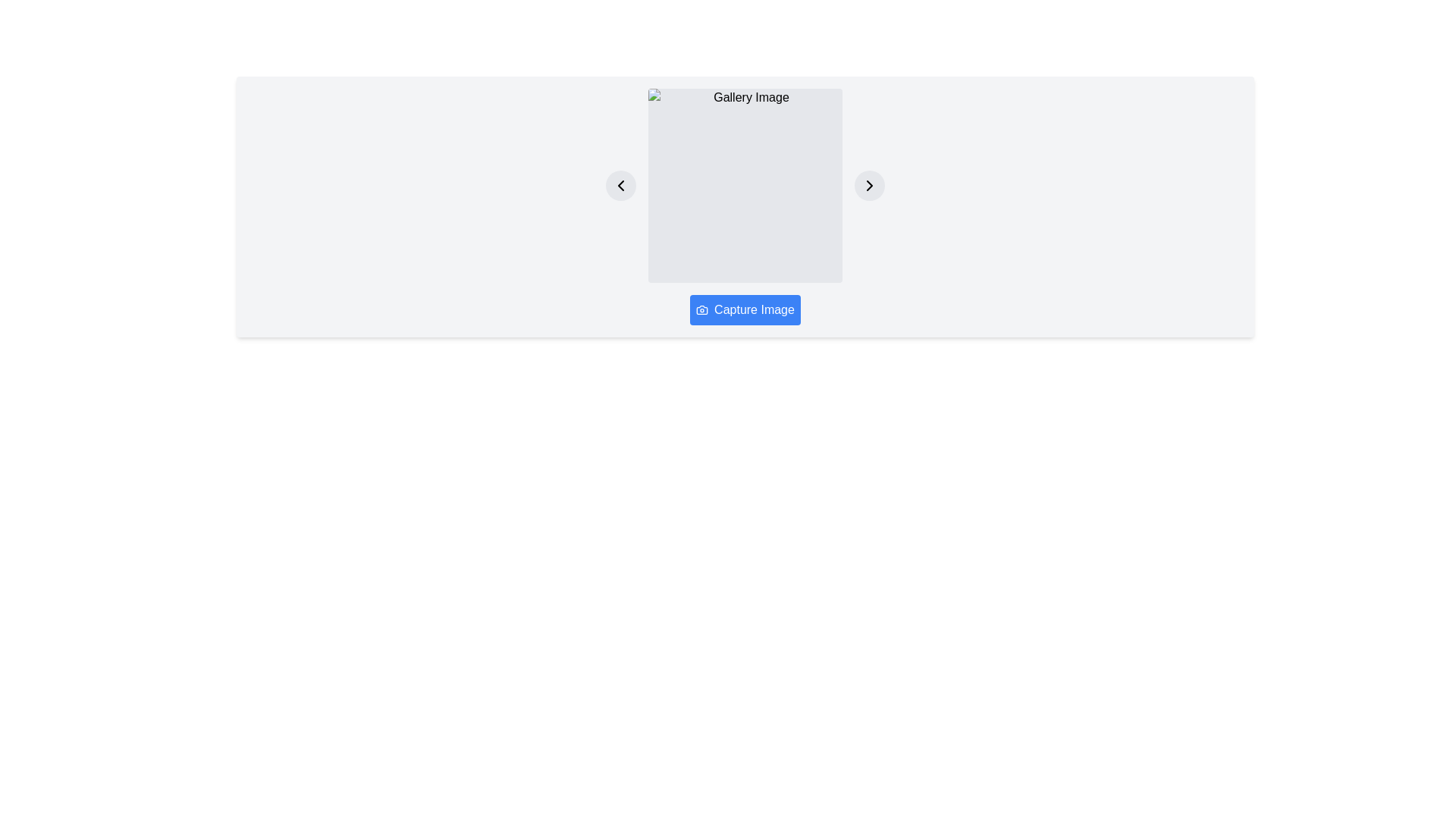 This screenshot has width=1456, height=819. I want to click on the circular button containing the left-facing chevron icon, which is styled with a thin black stroke and a light gray background, so click(621, 185).